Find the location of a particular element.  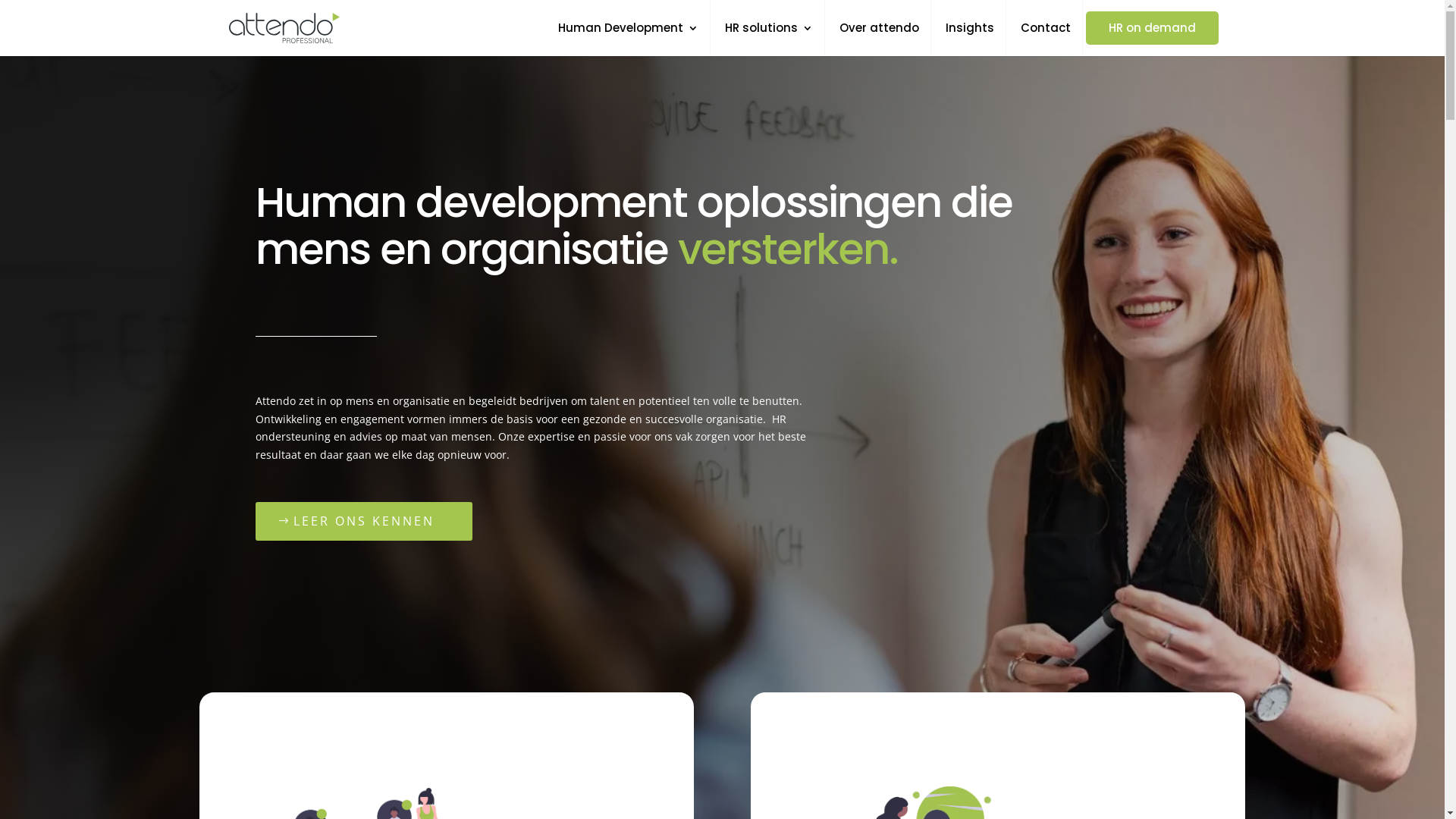

'Over attendo' is located at coordinates (879, 38).